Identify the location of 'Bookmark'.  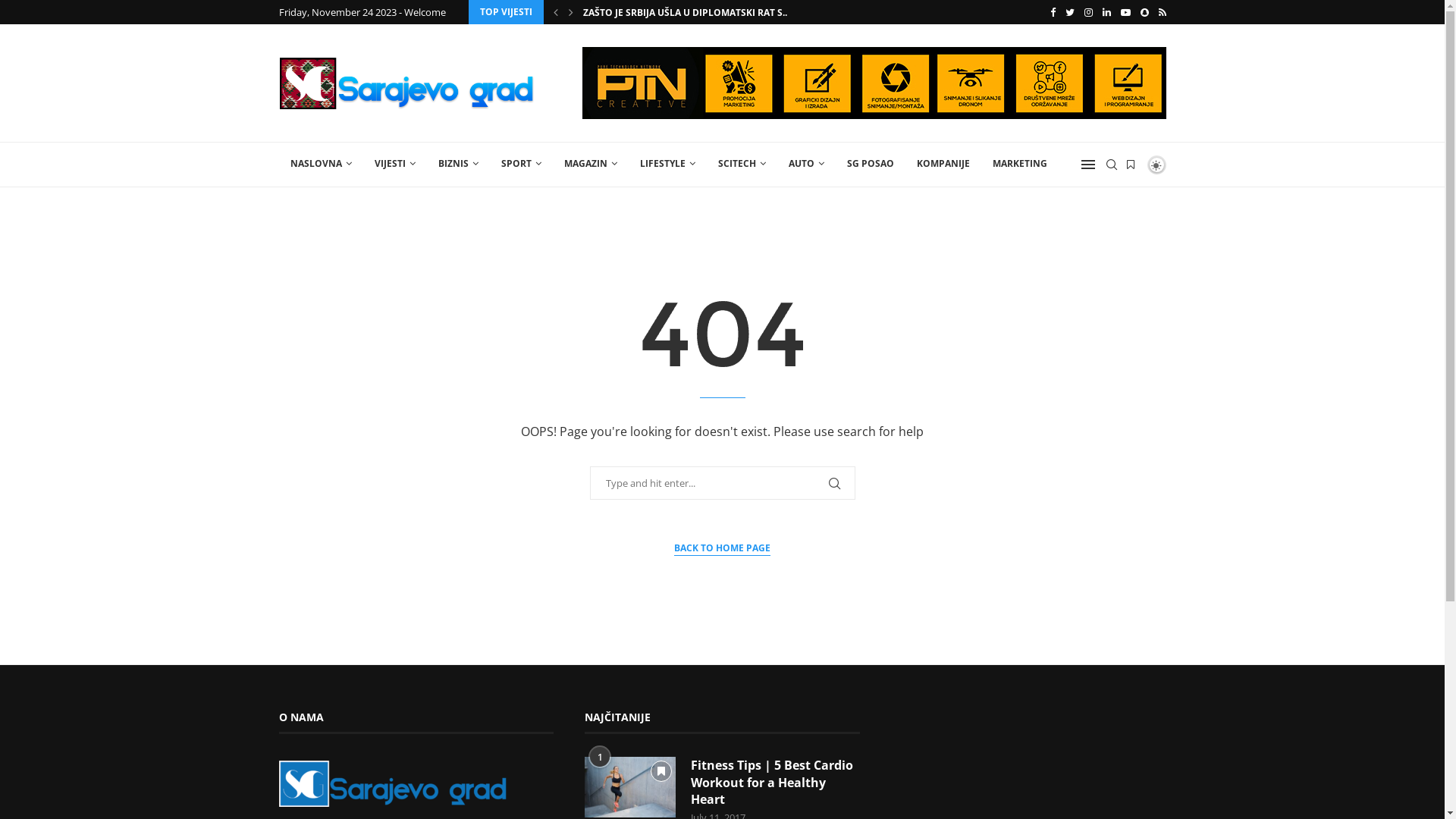
(661, 771).